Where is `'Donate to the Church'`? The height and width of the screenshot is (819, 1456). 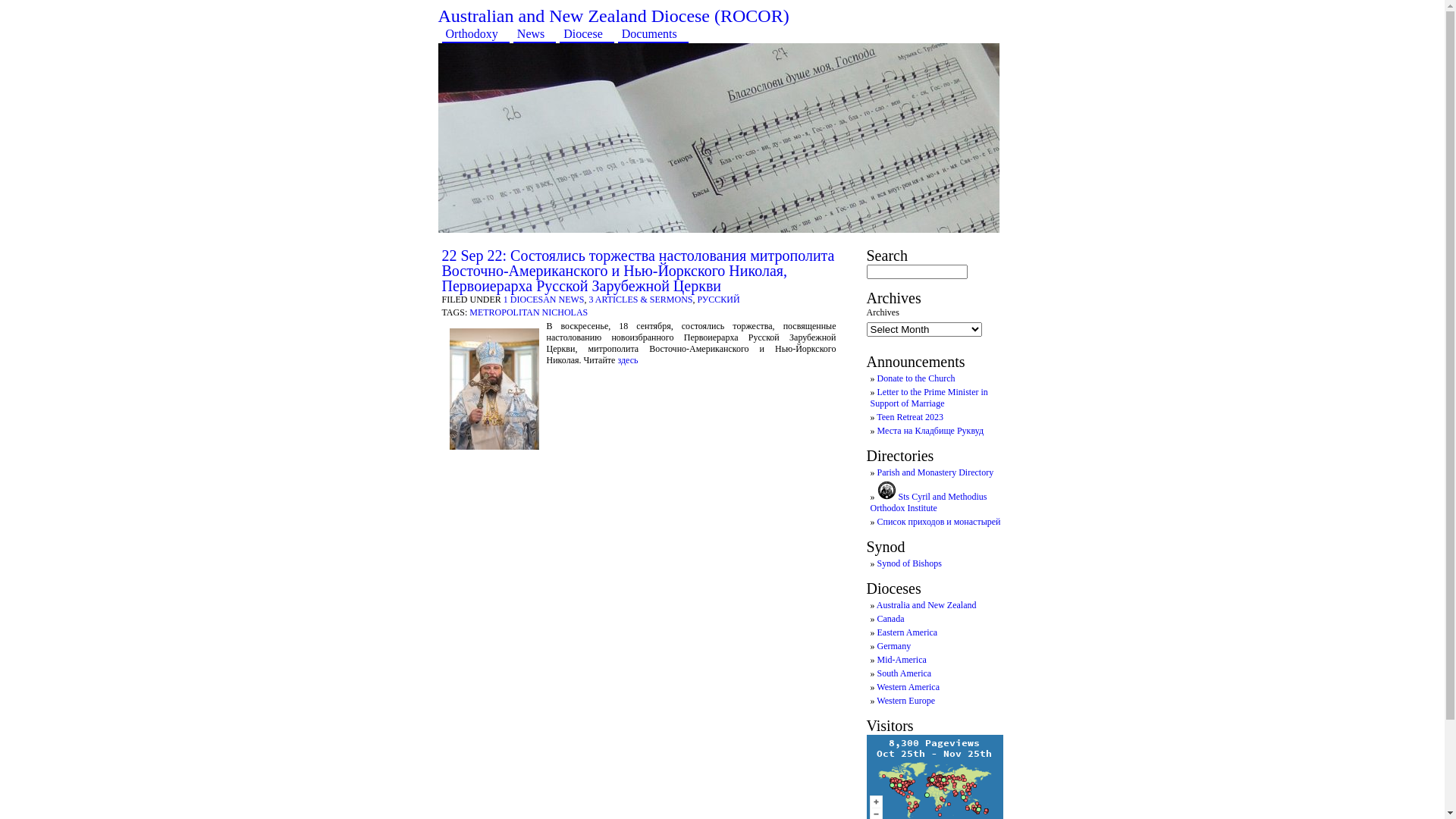
'Donate to the Church' is located at coordinates (877, 377).